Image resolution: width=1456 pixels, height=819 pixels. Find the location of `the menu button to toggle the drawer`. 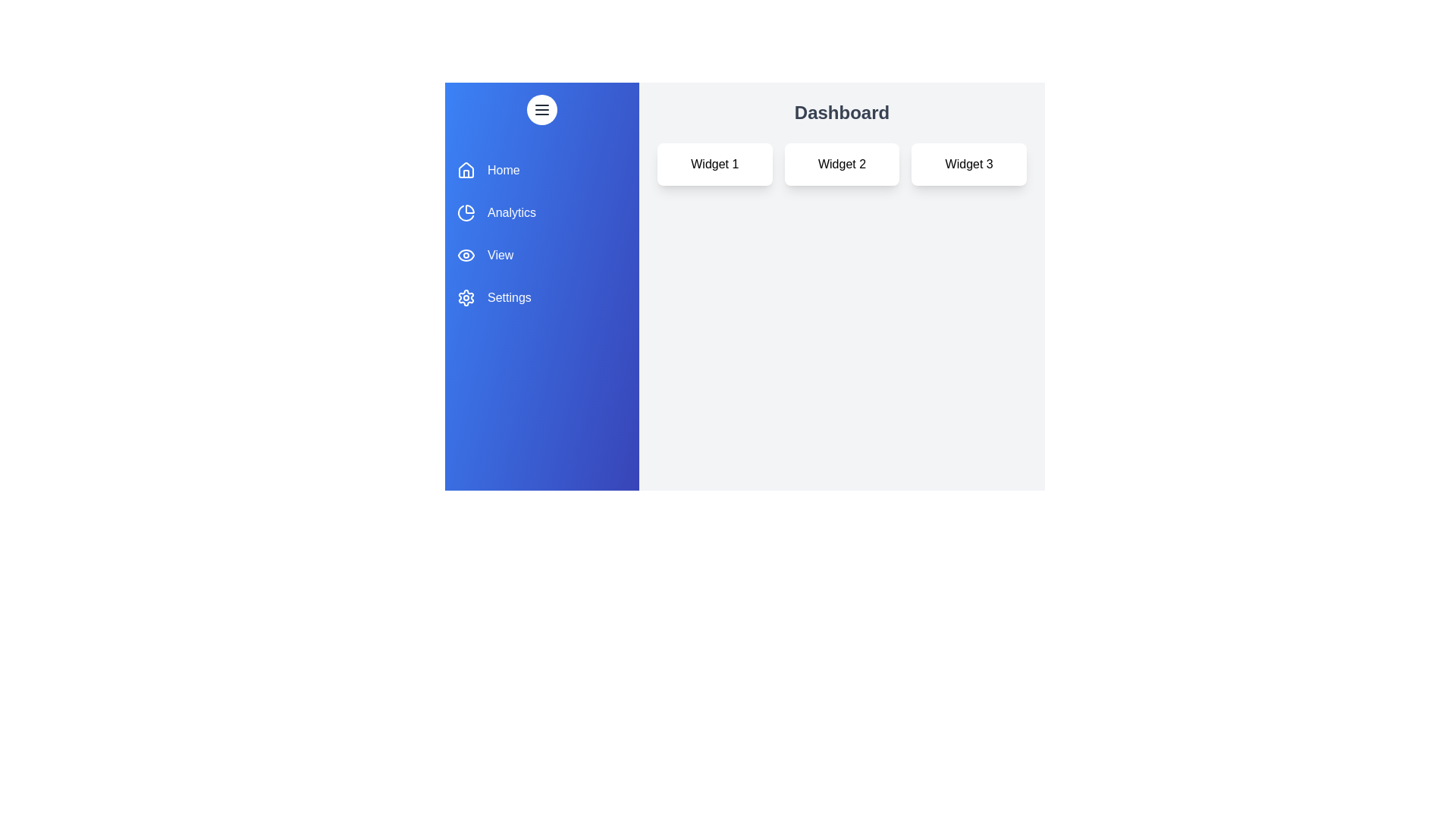

the menu button to toggle the drawer is located at coordinates (542, 109).